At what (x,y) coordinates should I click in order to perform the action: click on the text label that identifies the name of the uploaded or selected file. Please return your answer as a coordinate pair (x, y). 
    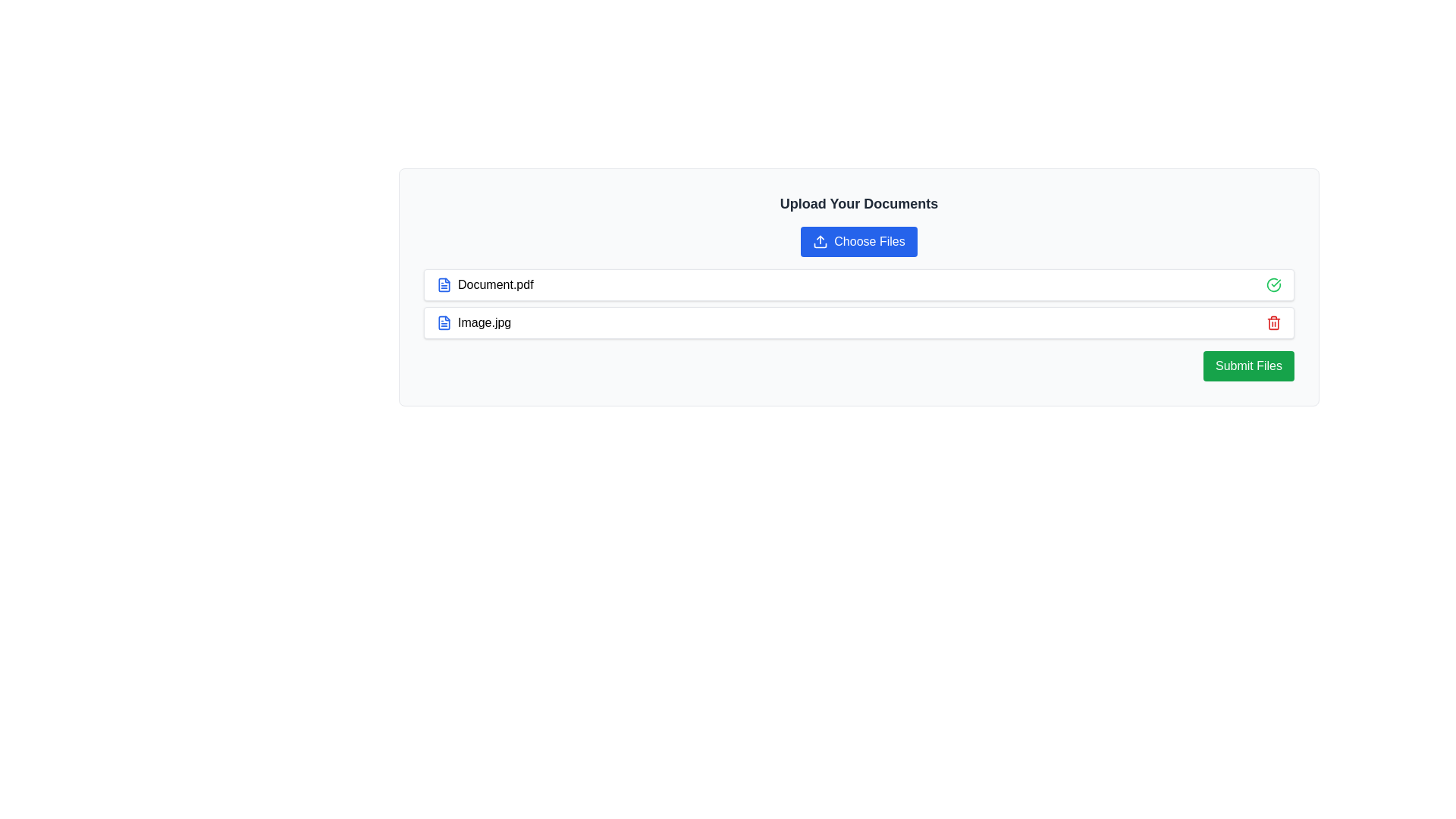
    Looking at the image, I should click on (484, 322).